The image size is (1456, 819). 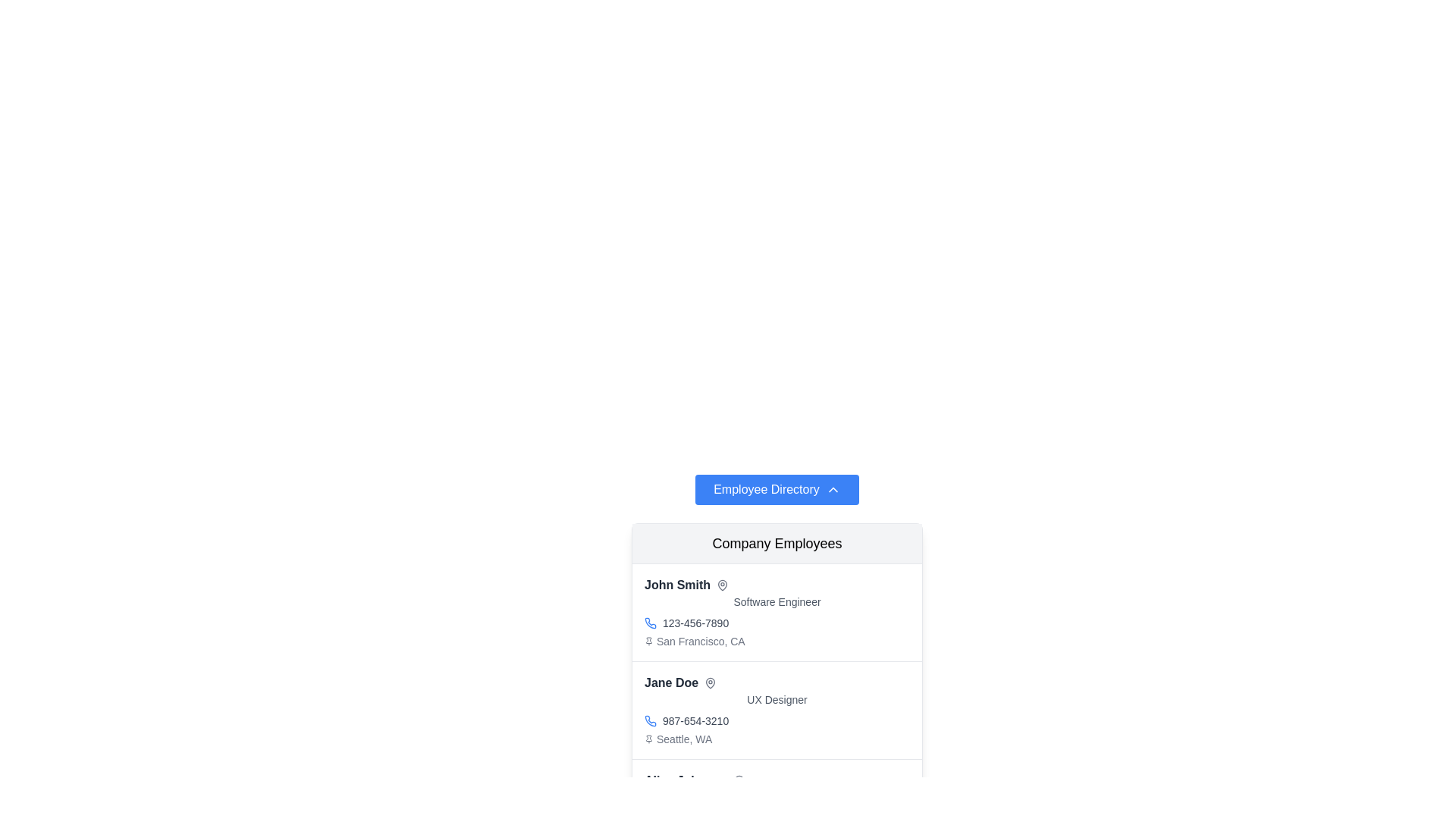 What do you see at coordinates (651, 720) in the screenshot?
I see `the blue phone icon element located to the left of Jane Doe's phone number in the Company Employees directory` at bounding box center [651, 720].